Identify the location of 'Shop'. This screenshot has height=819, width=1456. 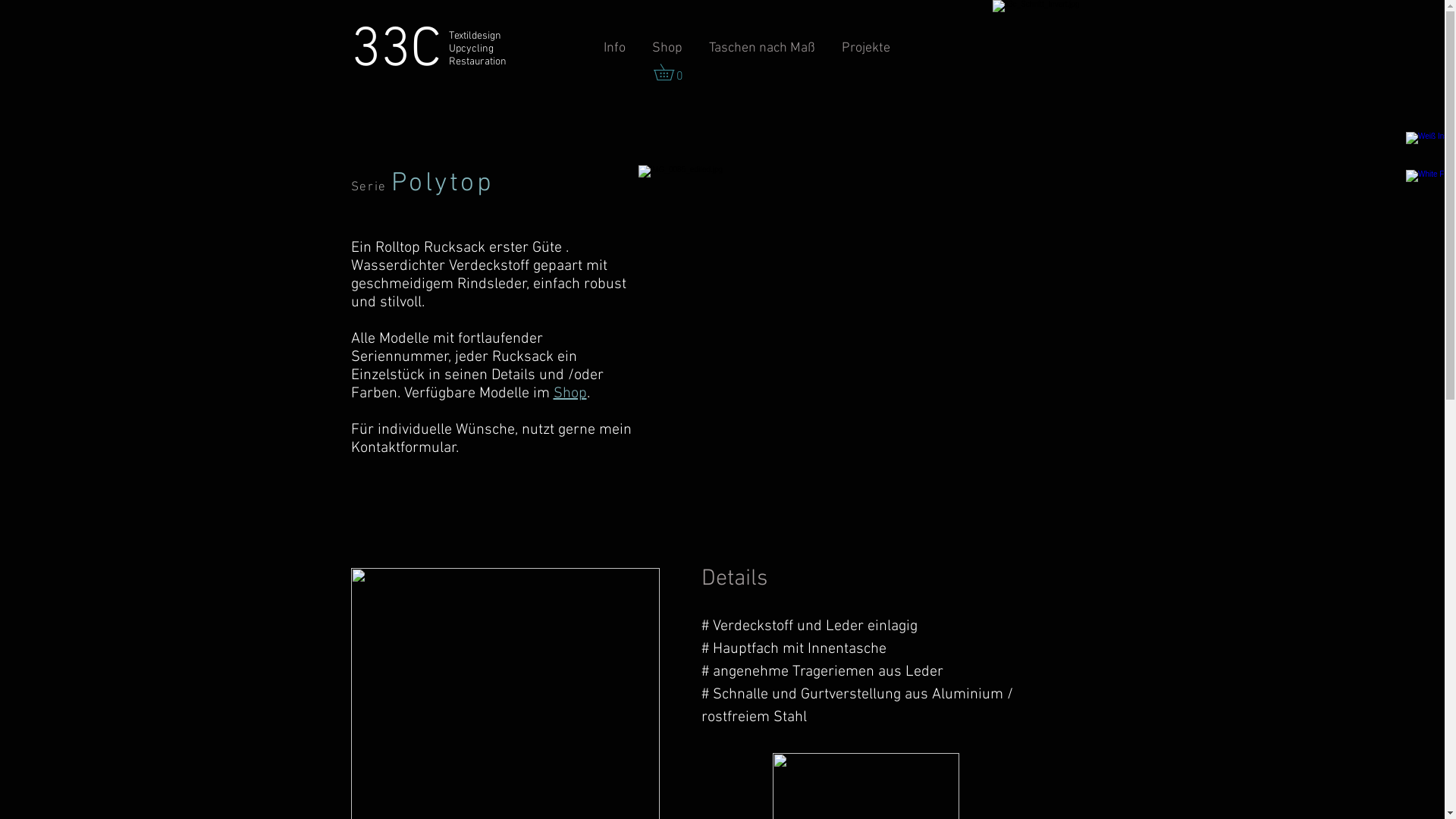
(667, 48).